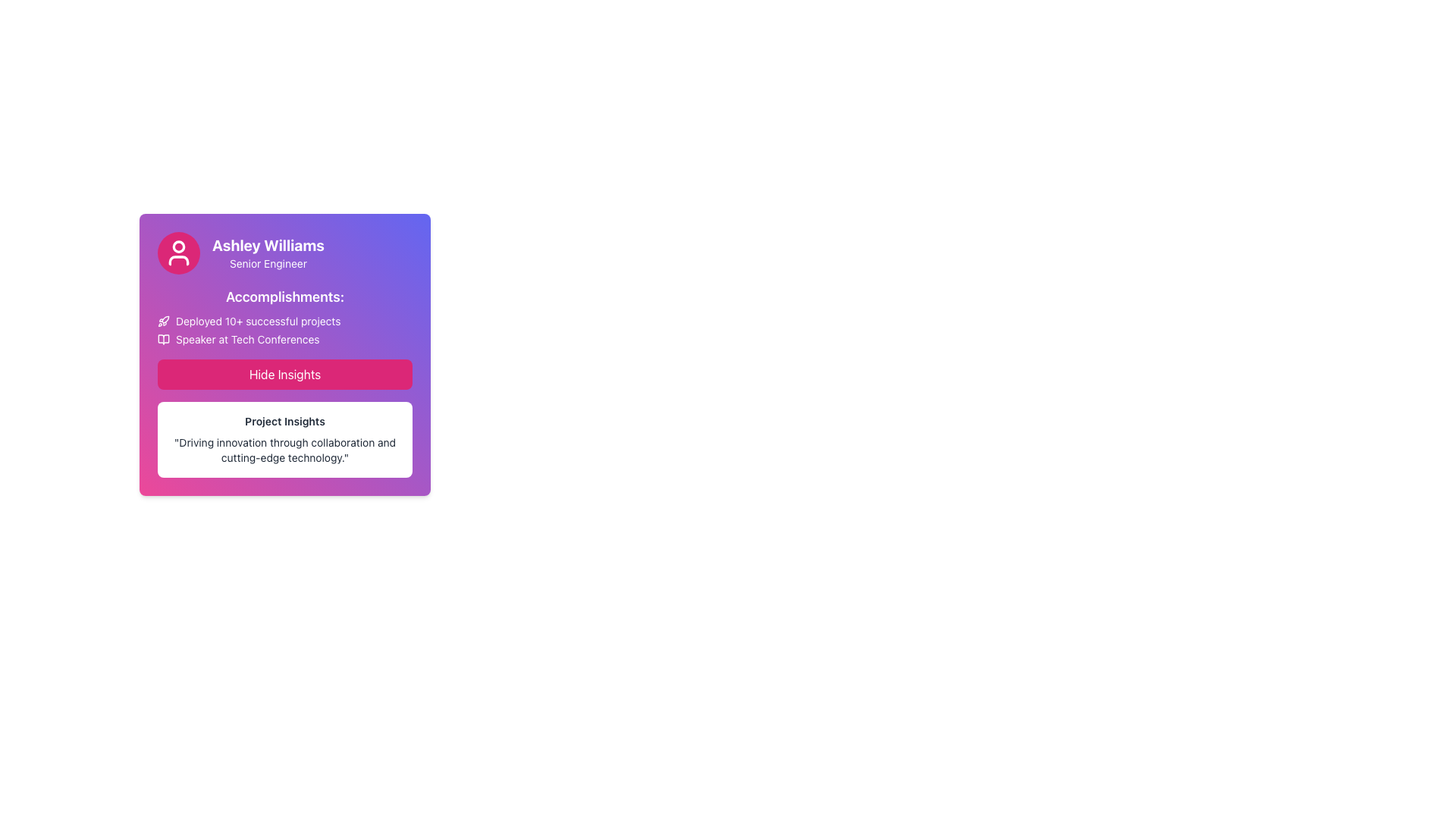  What do you see at coordinates (268, 253) in the screenshot?
I see `text content displayed in the Text Display element, which shows the name and title of an individual, located near the top of the card layout, to the right of the circular profile icon` at bounding box center [268, 253].